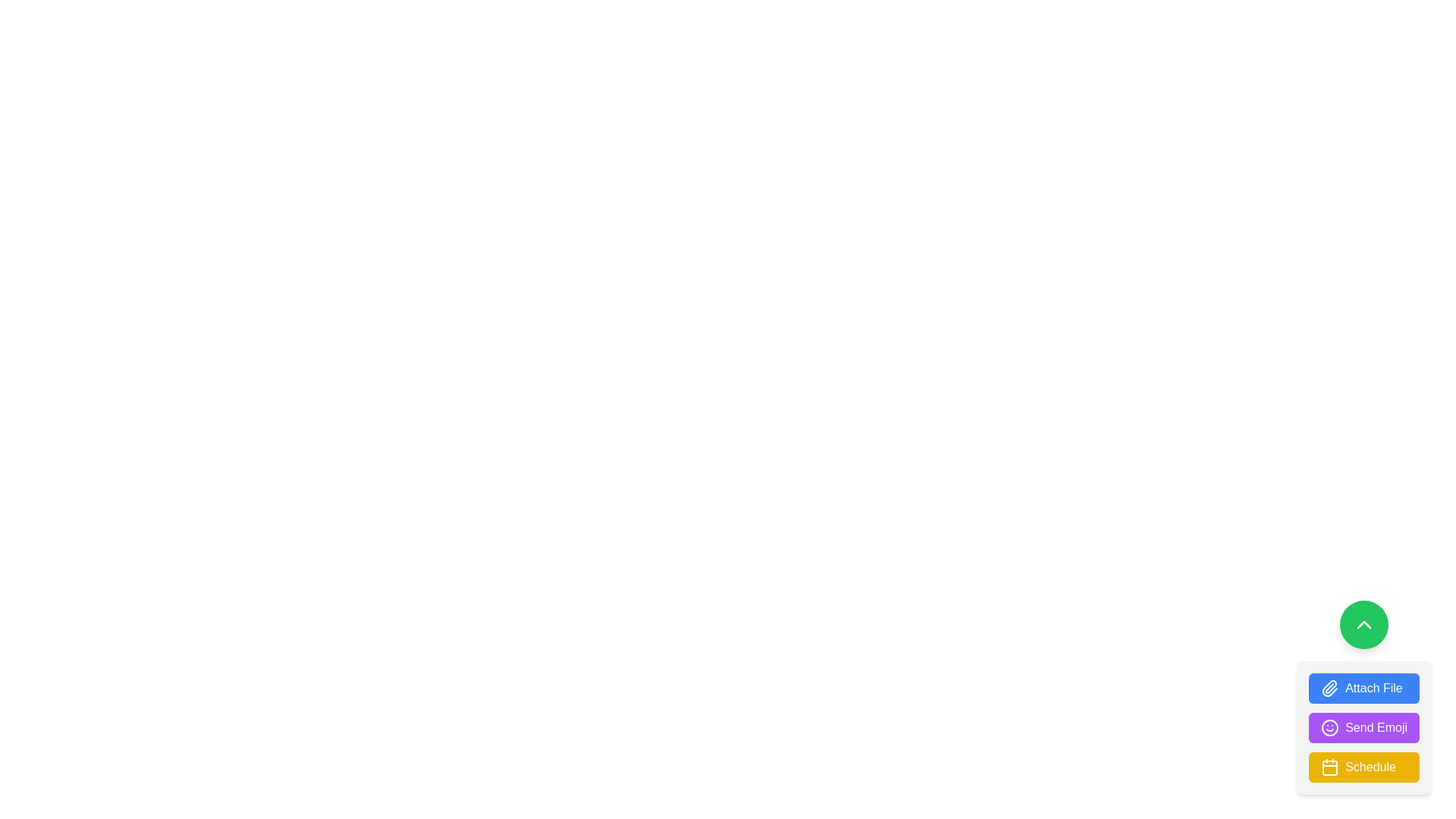 Image resolution: width=1456 pixels, height=819 pixels. Describe the element at coordinates (1364, 698) in the screenshot. I see `the file attachment button located at the bottom right corner of the interface` at that location.